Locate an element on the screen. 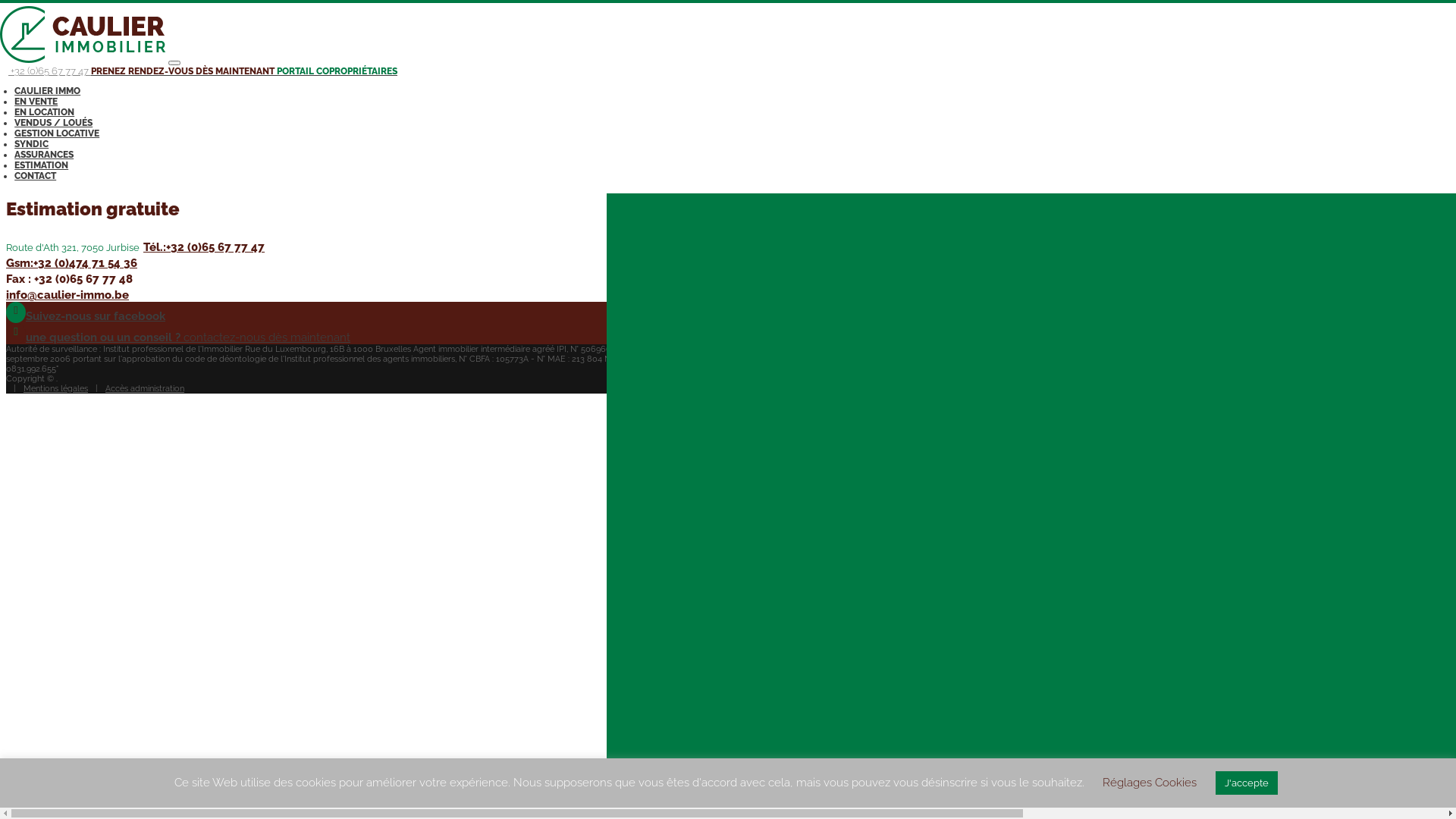  'SYNDIC' is located at coordinates (31, 143).